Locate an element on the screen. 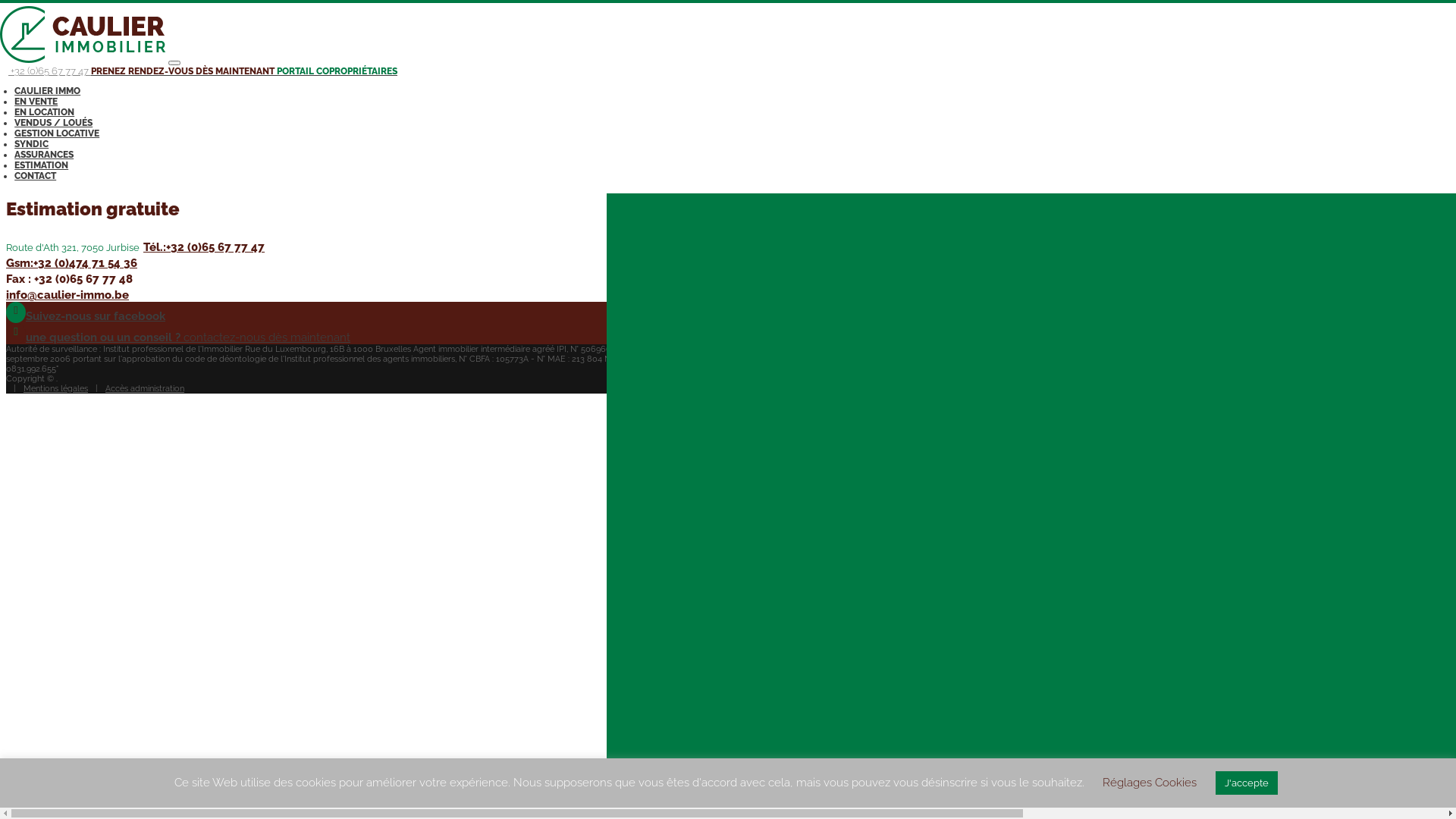  'SYNDIC' is located at coordinates (31, 143).